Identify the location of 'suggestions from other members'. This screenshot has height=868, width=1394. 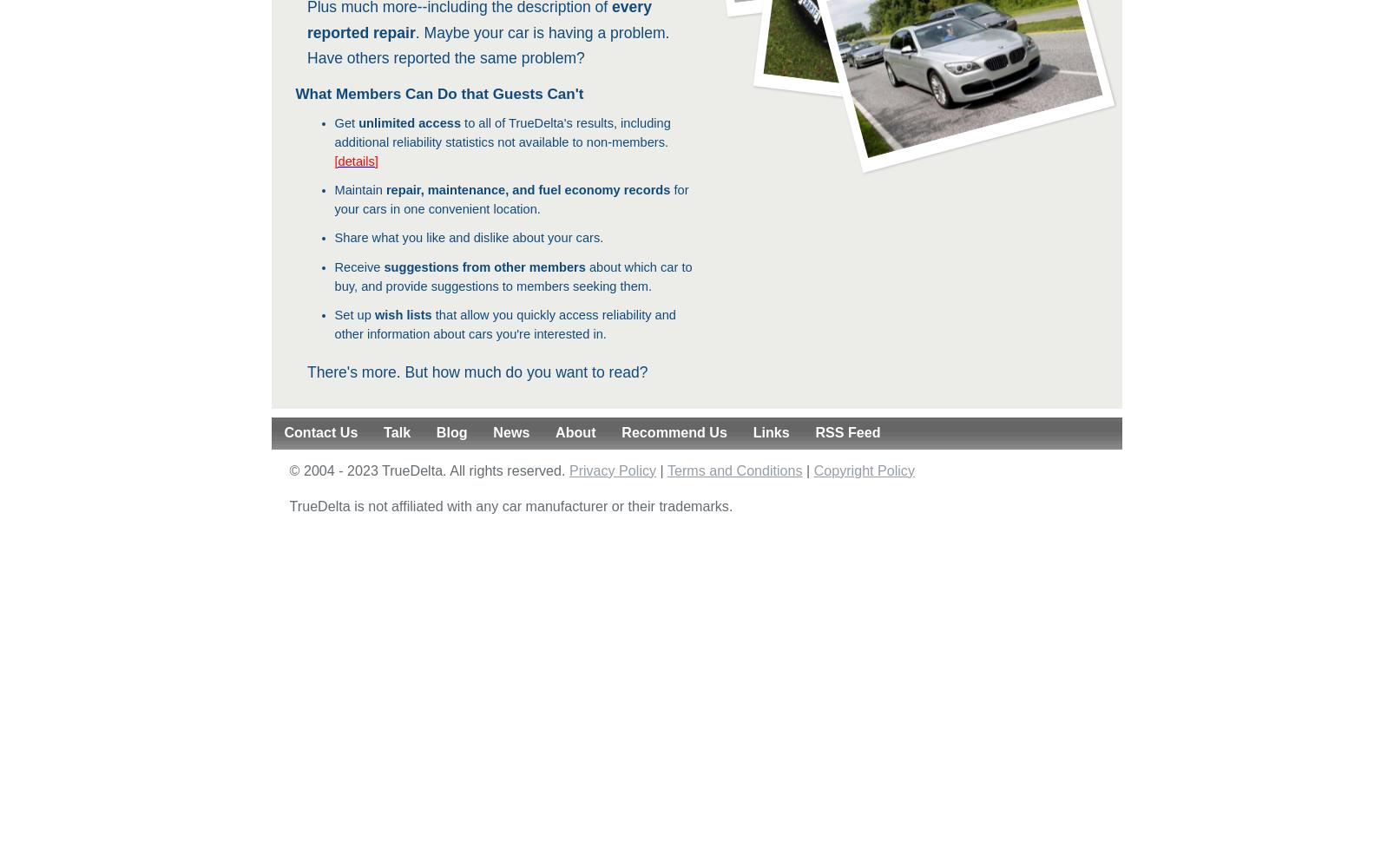
(483, 266).